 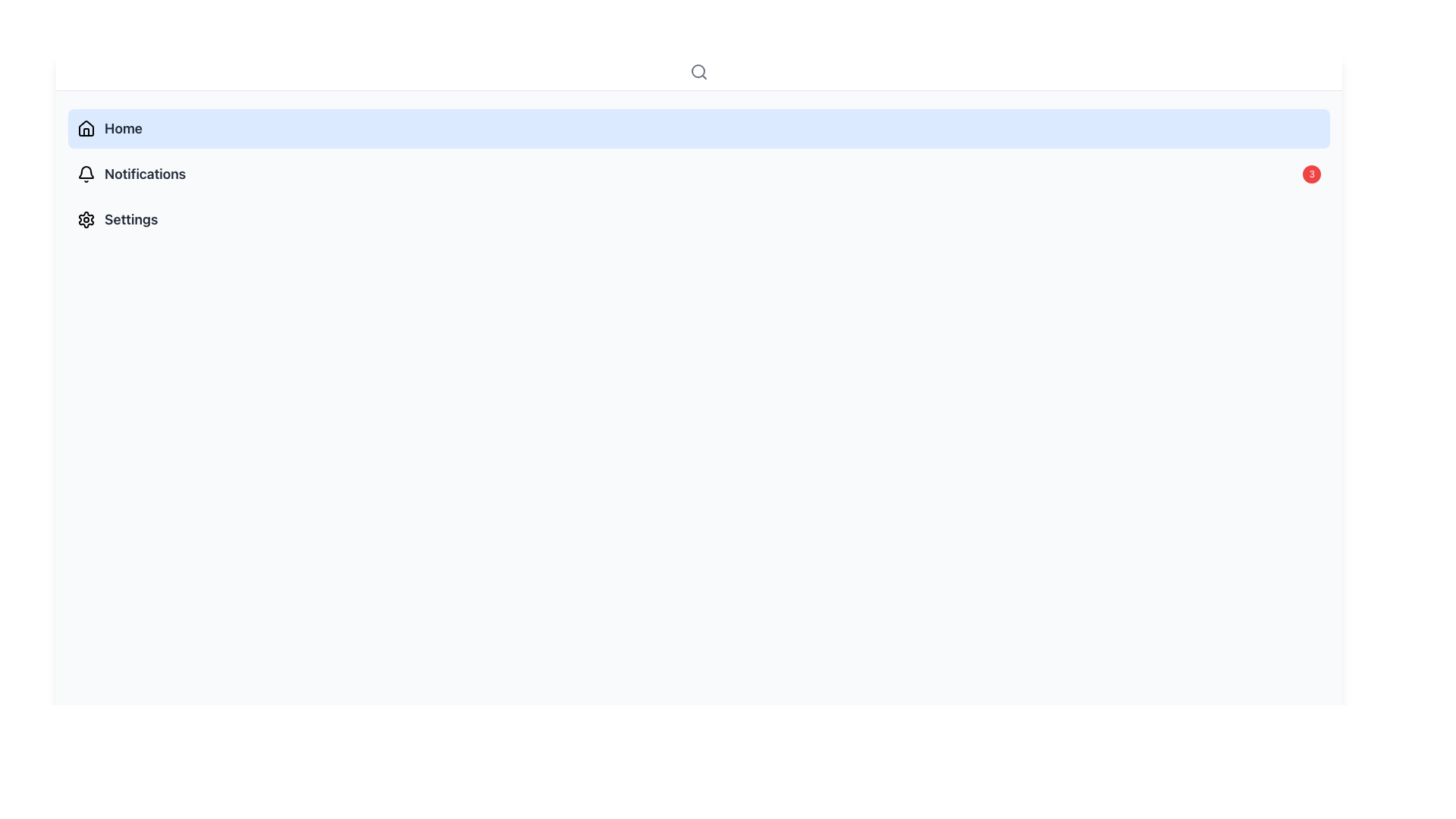 What do you see at coordinates (86, 127) in the screenshot?
I see `the small black house icon located to the left of the 'Home' label` at bounding box center [86, 127].